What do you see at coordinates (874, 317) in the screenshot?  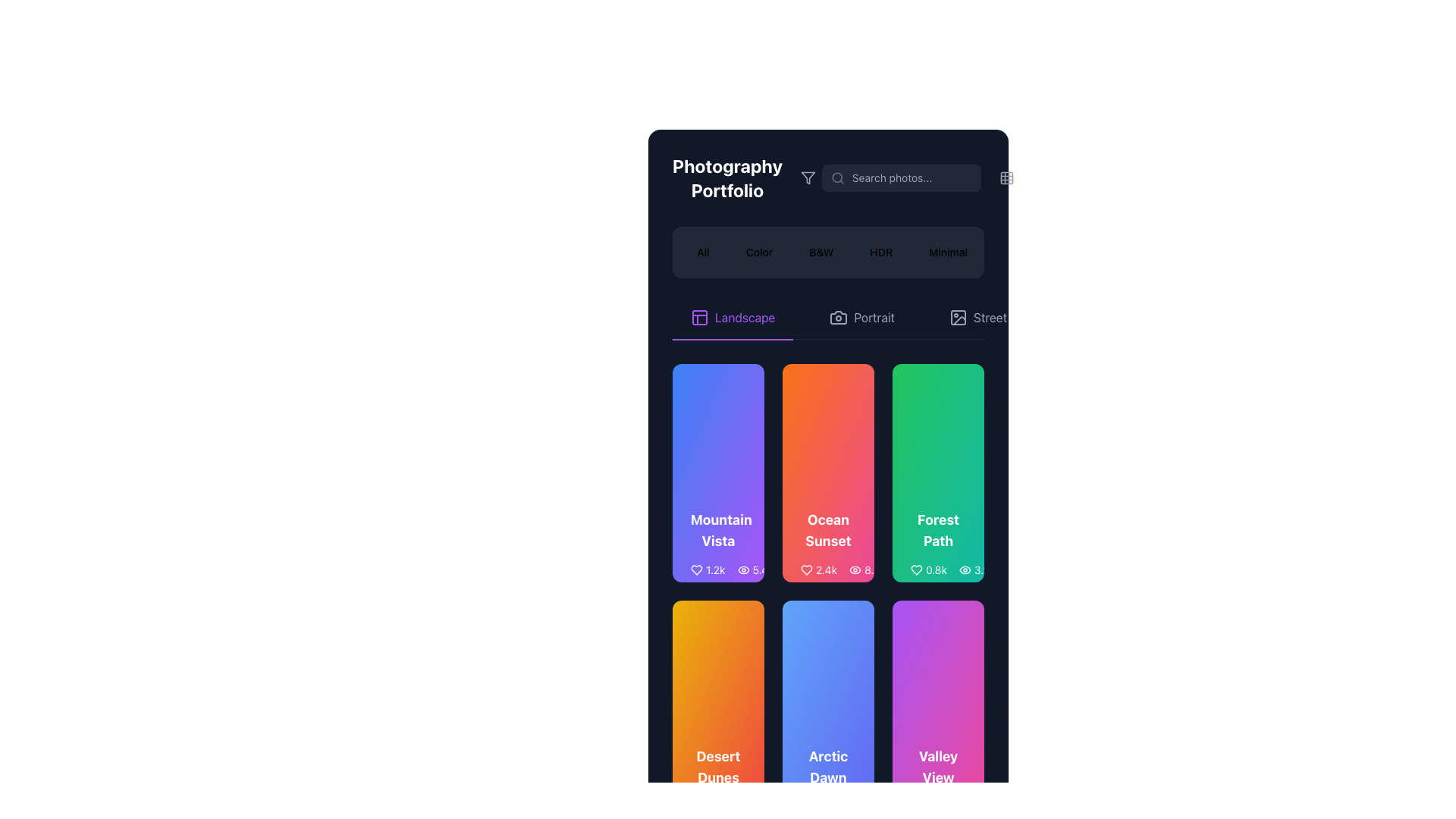 I see `the 'Portrait' text label in the navigation menu` at bounding box center [874, 317].